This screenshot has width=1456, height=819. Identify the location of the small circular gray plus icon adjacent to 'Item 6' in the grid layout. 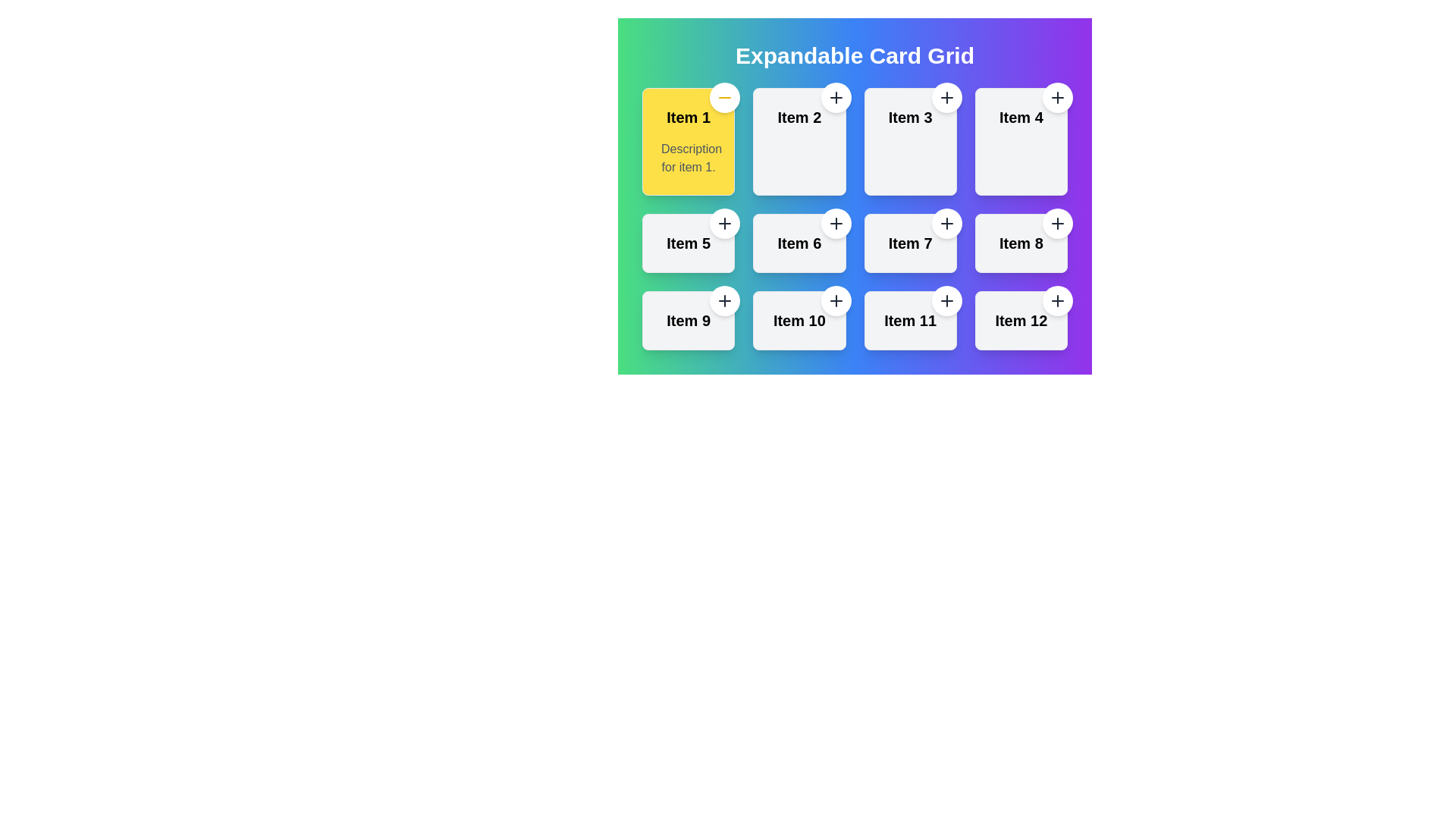
(835, 223).